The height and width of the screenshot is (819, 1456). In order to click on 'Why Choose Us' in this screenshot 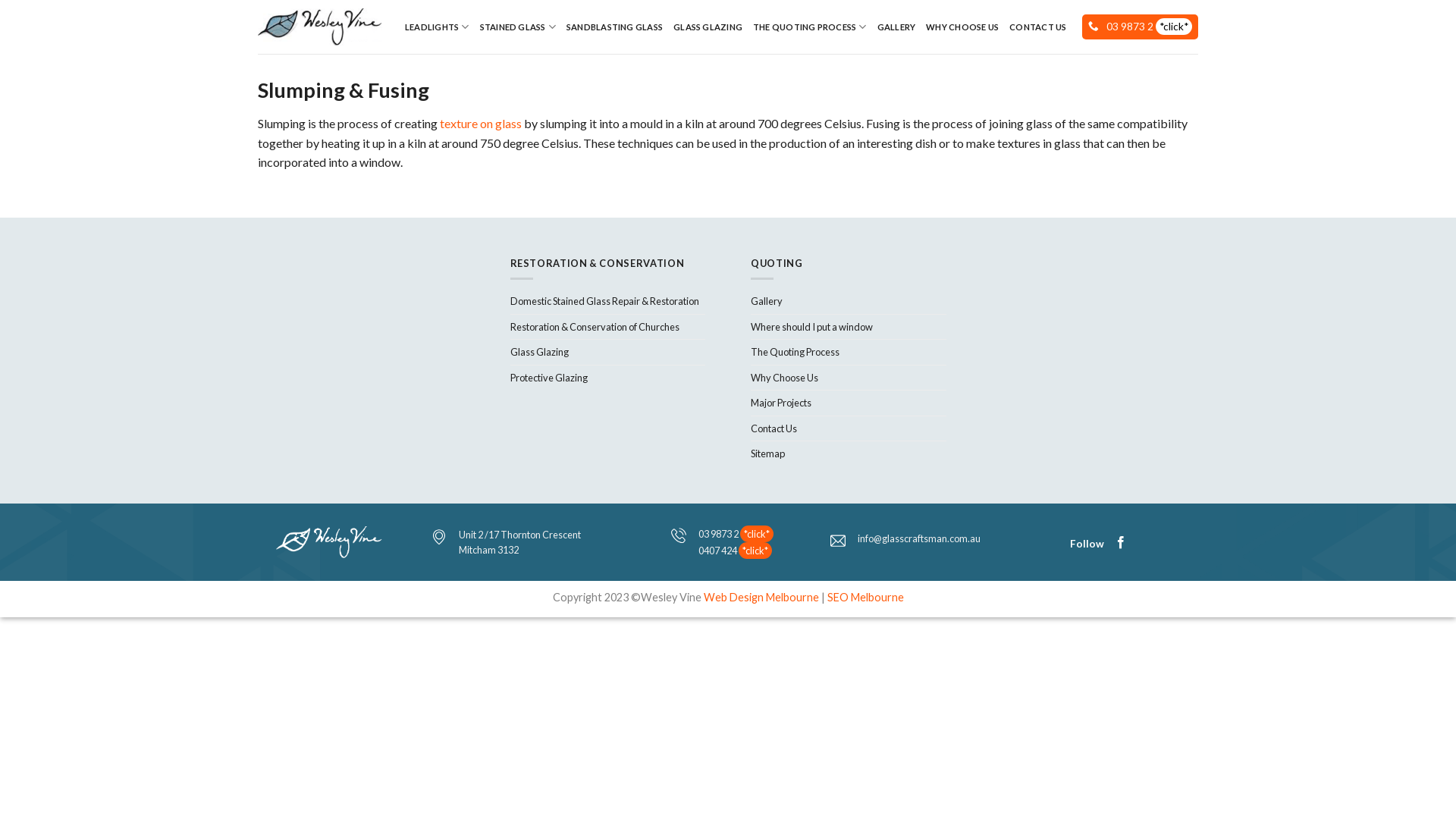, I will do `click(784, 376)`.